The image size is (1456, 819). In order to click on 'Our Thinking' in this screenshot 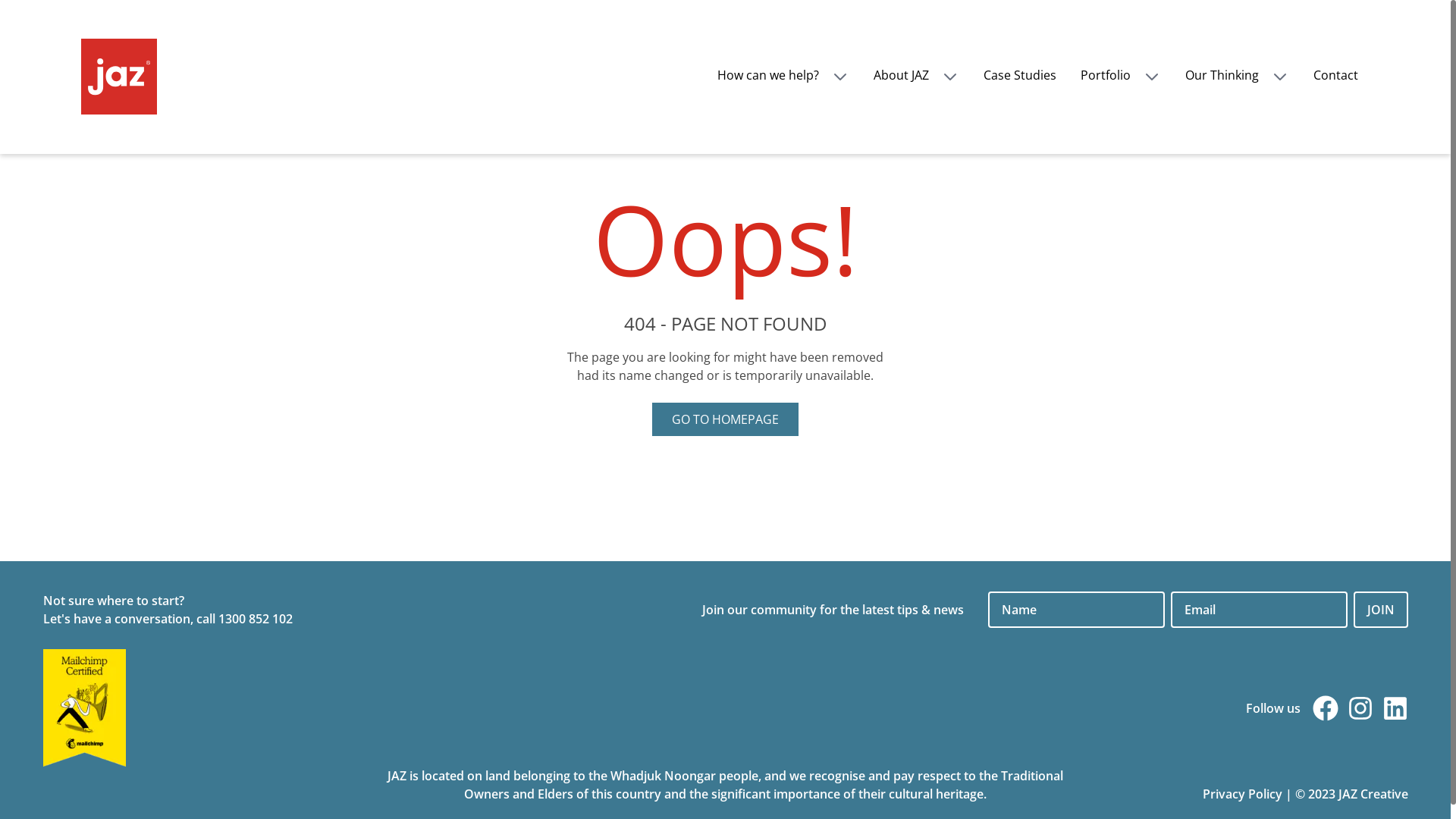, I will do `click(1236, 75)`.